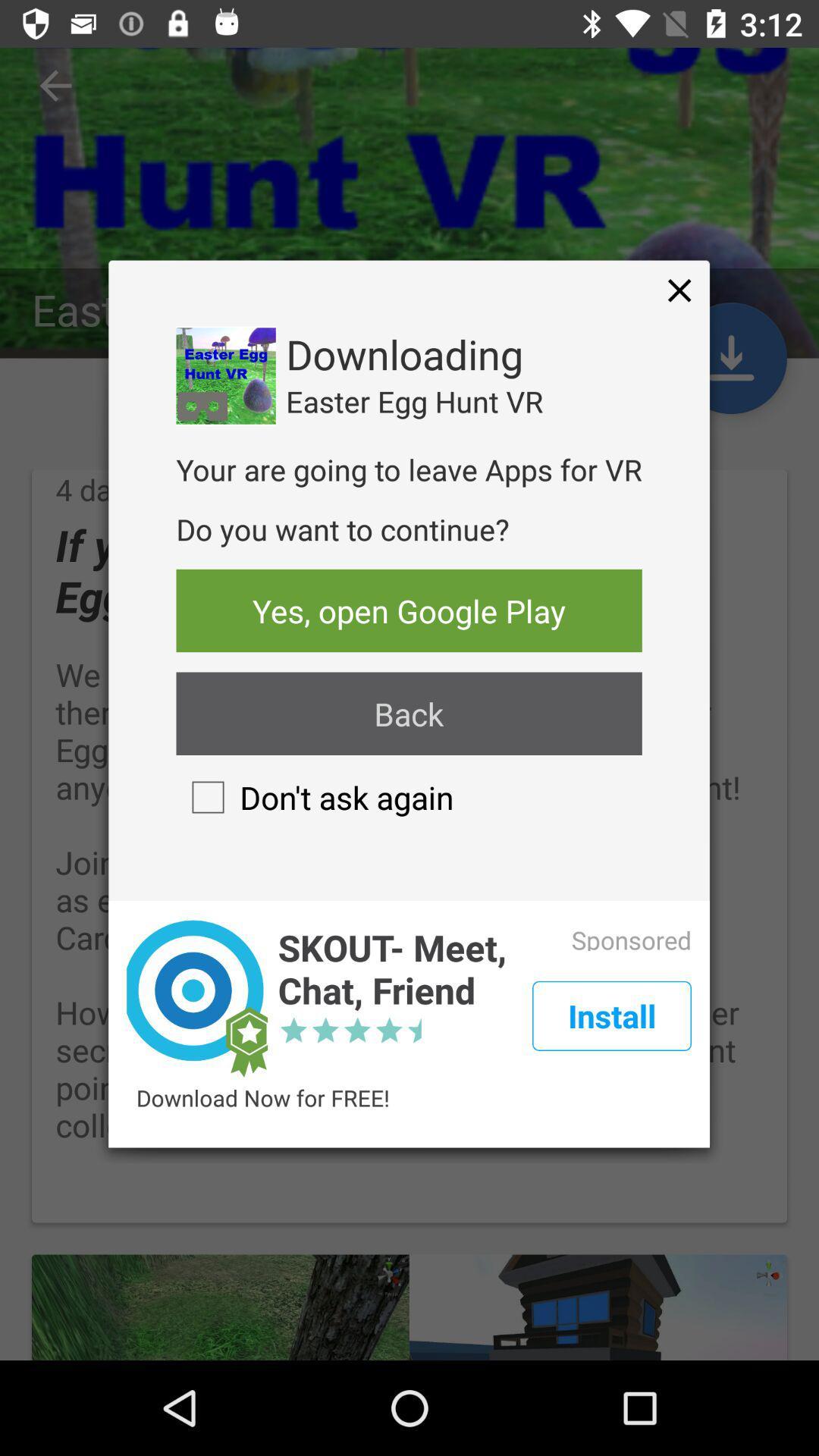 The height and width of the screenshot is (1456, 819). Describe the element at coordinates (314, 796) in the screenshot. I see `icon below back icon` at that location.